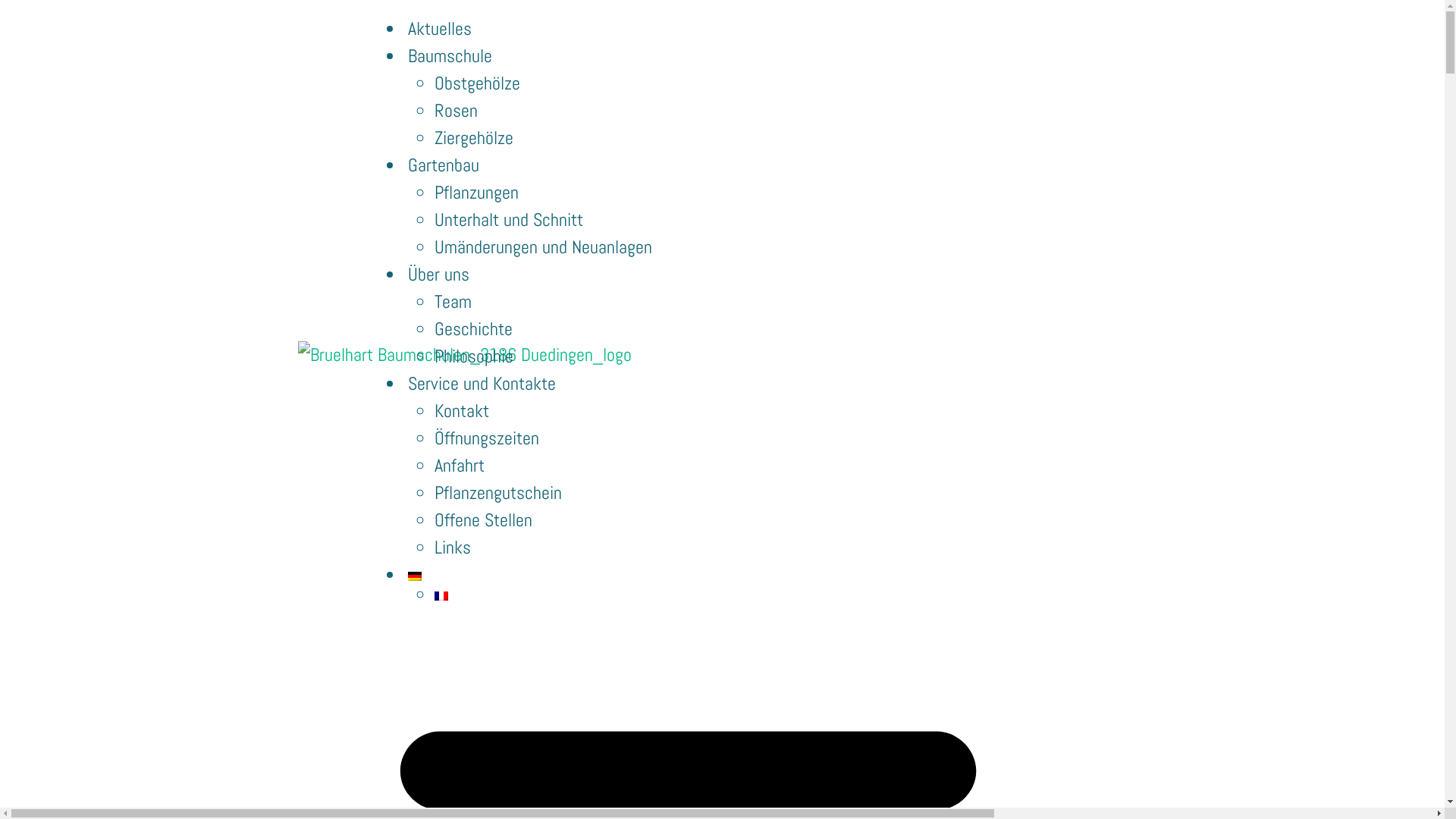  Describe the element at coordinates (433, 328) in the screenshot. I see `'Geschichte'` at that location.